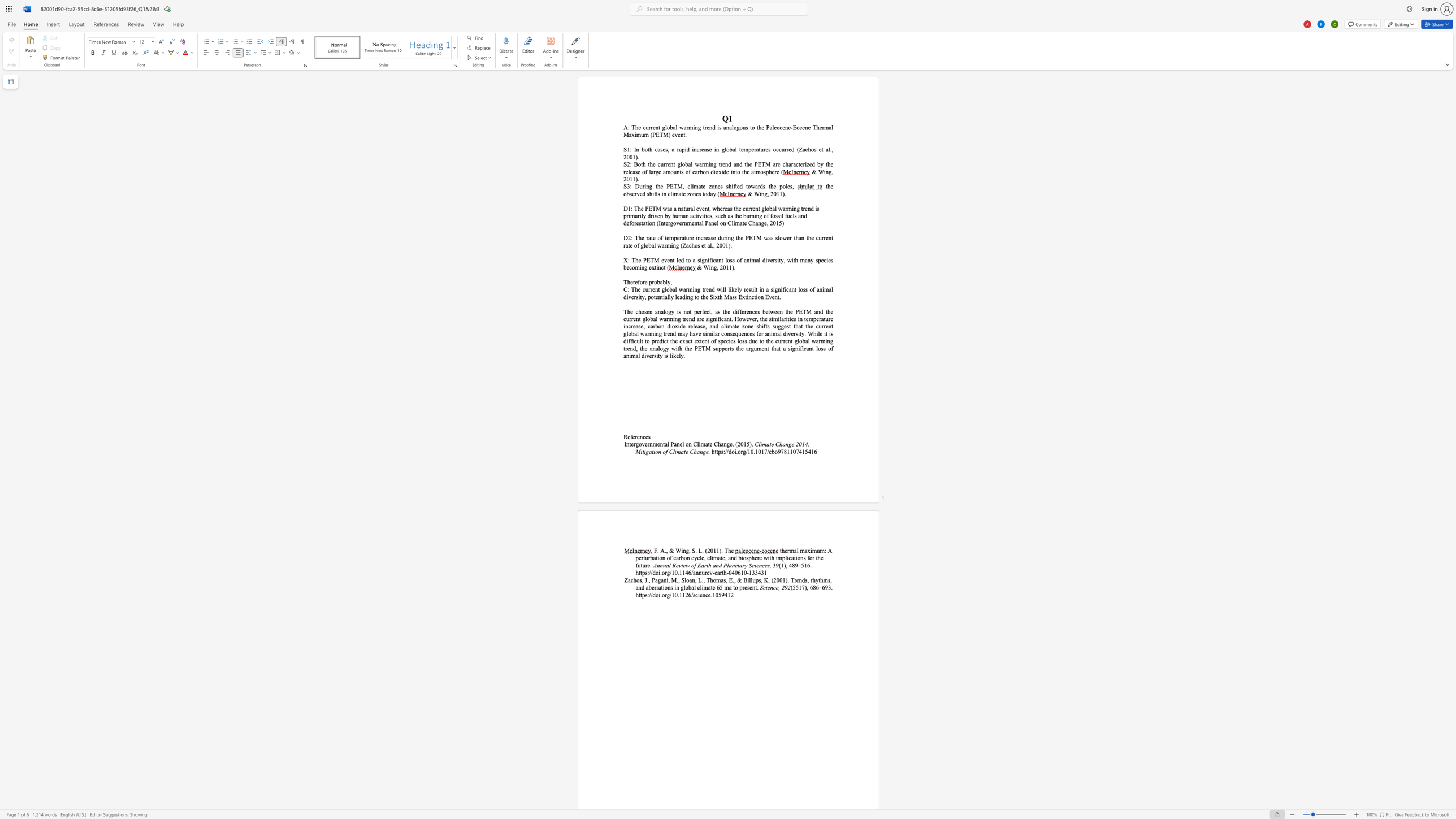 This screenshot has height=819, width=1456. Describe the element at coordinates (626, 281) in the screenshot. I see `the space between the continuous character "T" and "h" in the text` at that location.